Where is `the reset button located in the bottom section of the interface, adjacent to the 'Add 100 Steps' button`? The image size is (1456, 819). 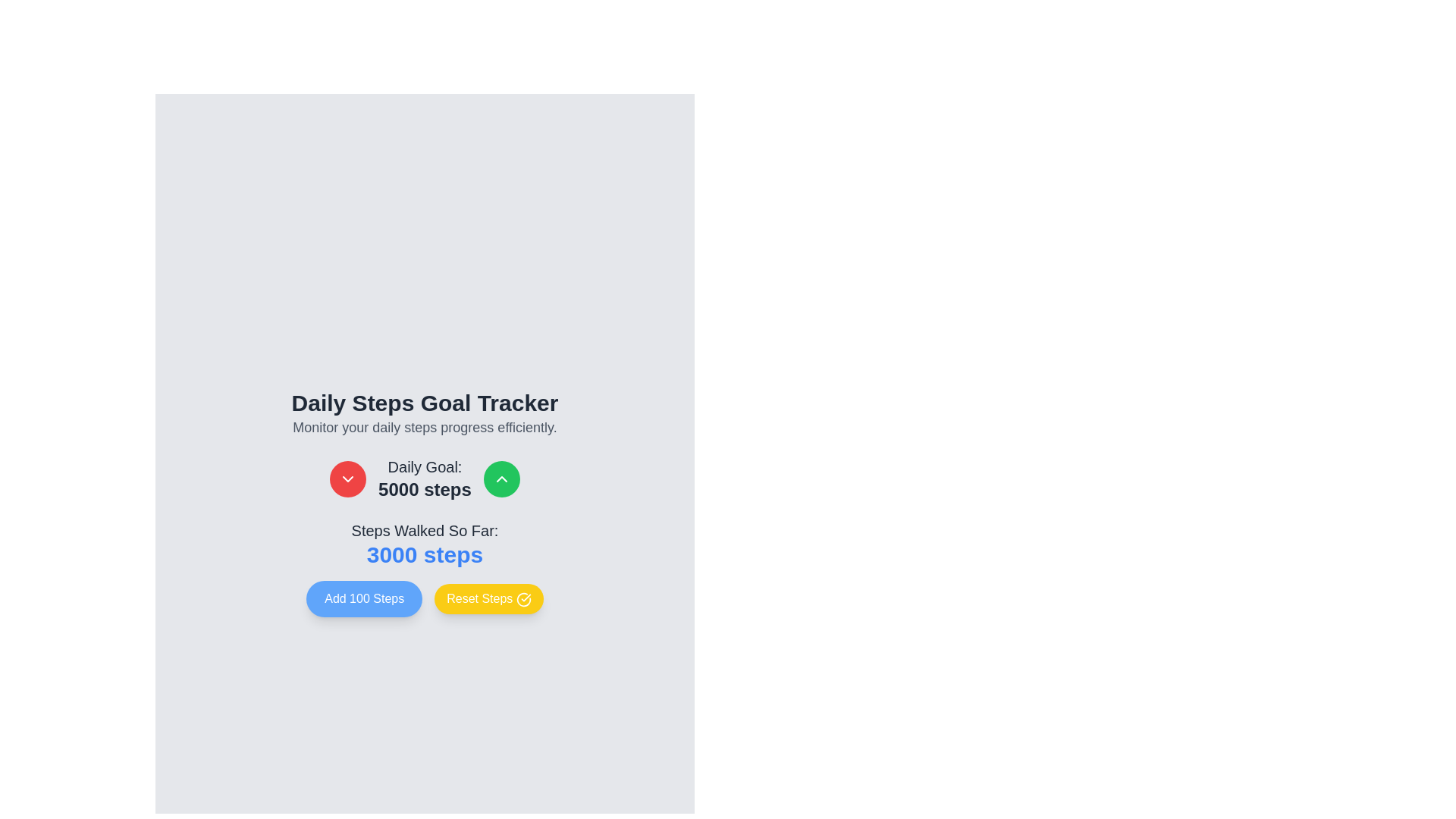
the reset button located in the bottom section of the interface, adjacent to the 'Add 100 Steps' button is located at coordinates (488, 598).